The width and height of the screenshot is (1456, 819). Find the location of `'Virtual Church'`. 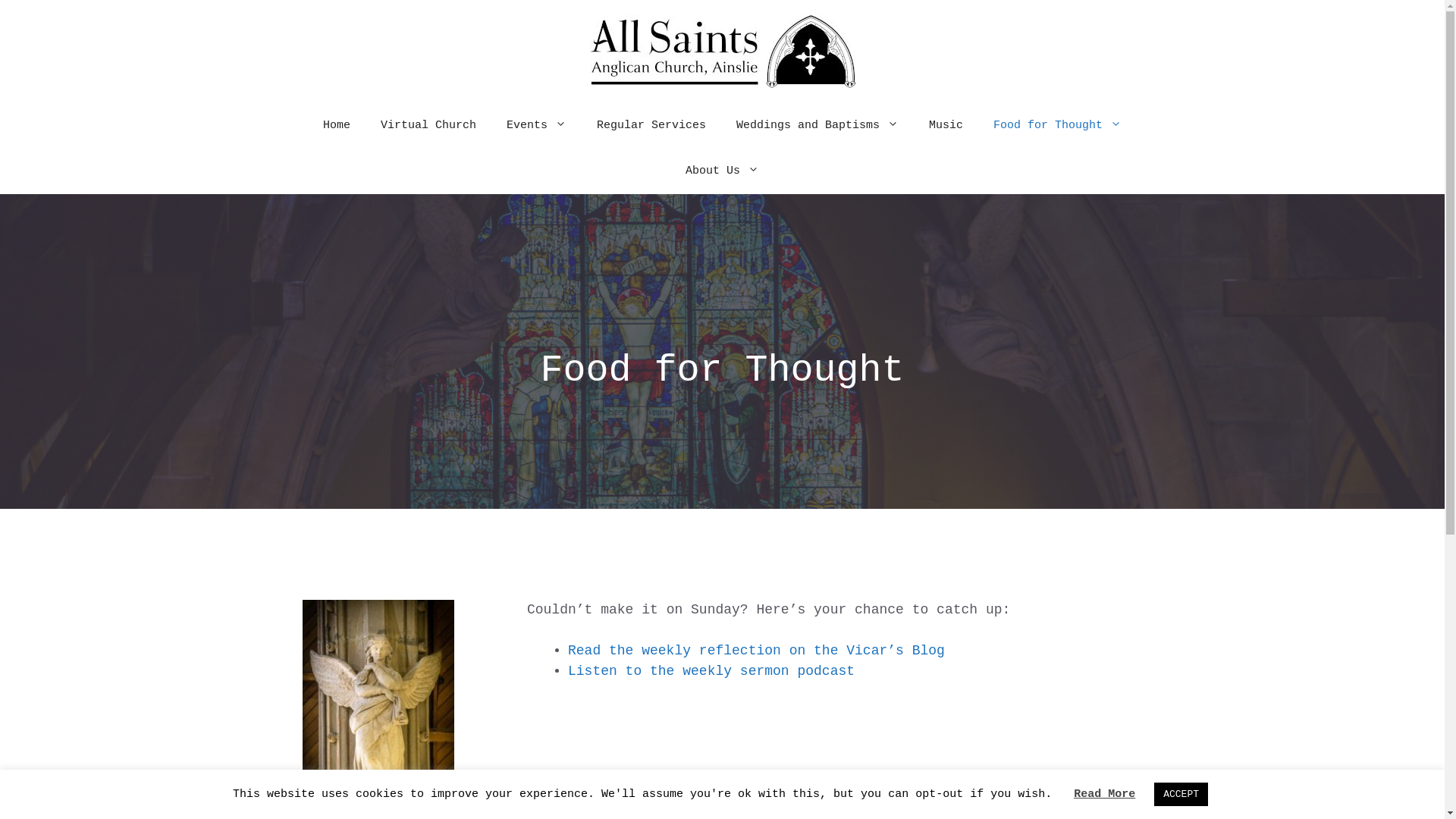

'Virtual Church' is located at coordinates (428, 124).